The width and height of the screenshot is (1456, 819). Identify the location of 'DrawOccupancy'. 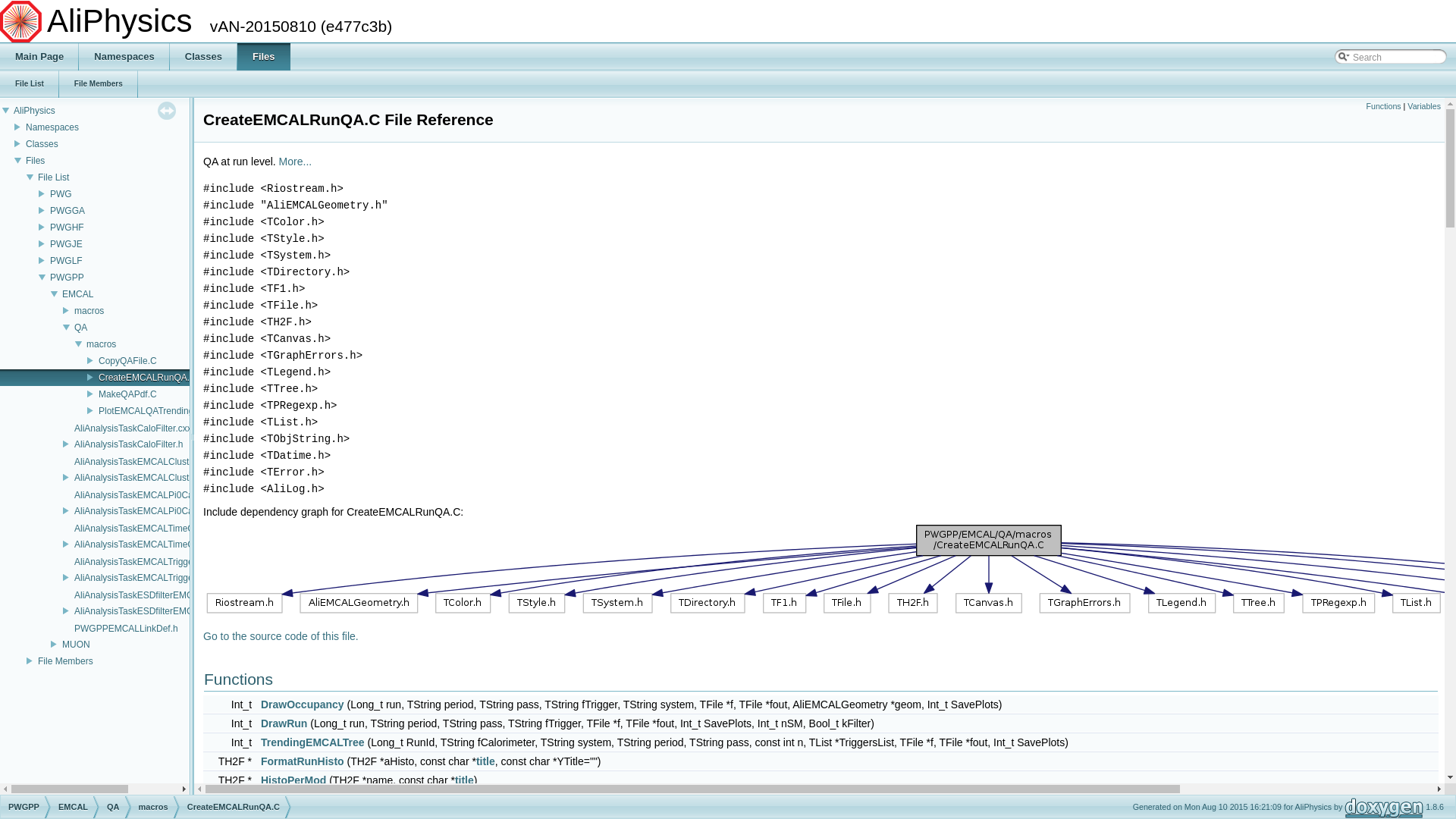
(302, 704).